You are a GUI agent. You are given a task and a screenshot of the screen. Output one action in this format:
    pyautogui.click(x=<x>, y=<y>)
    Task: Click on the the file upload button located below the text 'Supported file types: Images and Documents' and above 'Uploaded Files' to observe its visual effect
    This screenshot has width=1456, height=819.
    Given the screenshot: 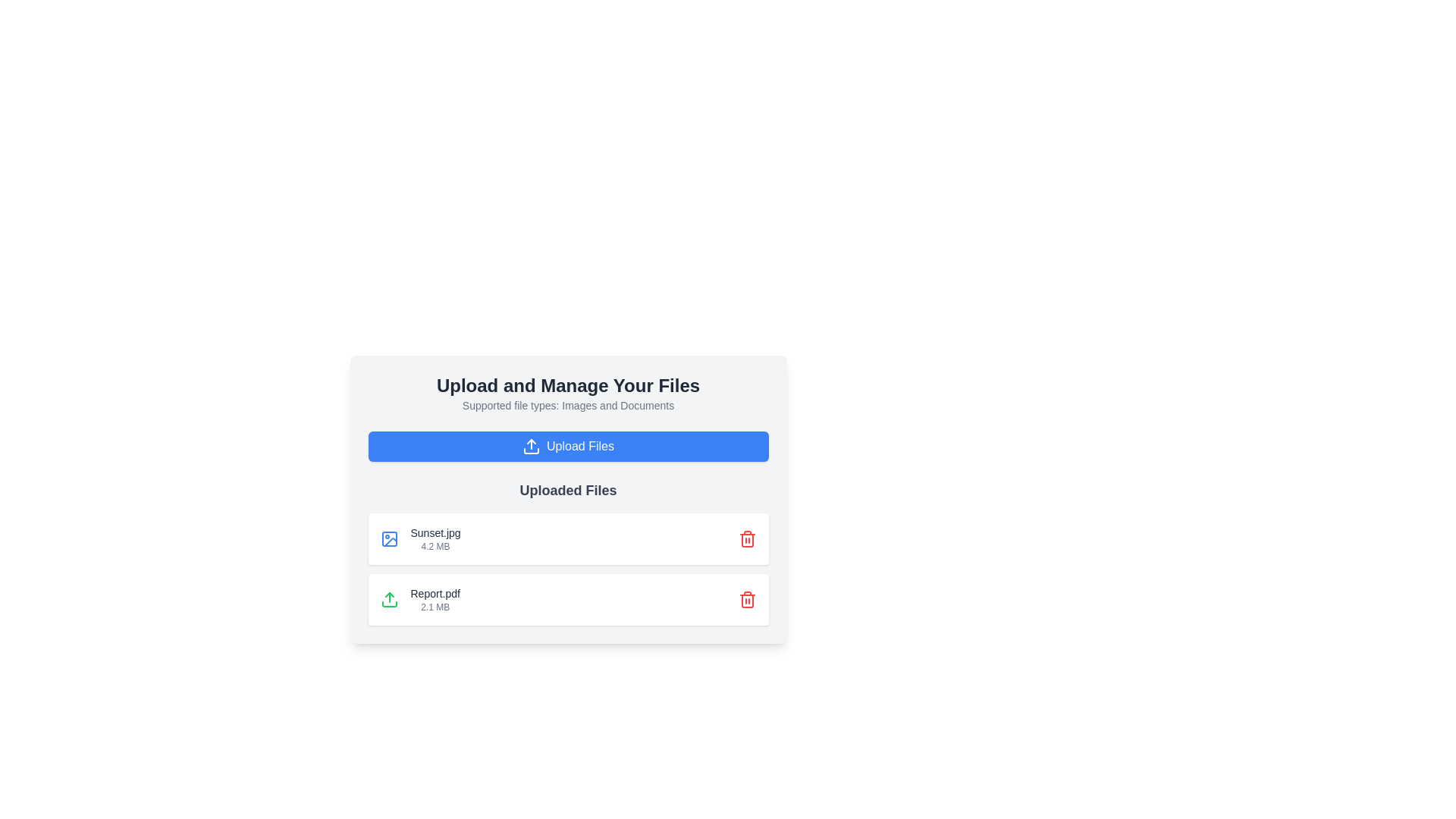 What is the action you would take?
    pyautogui.click(x=567, y=446)
    